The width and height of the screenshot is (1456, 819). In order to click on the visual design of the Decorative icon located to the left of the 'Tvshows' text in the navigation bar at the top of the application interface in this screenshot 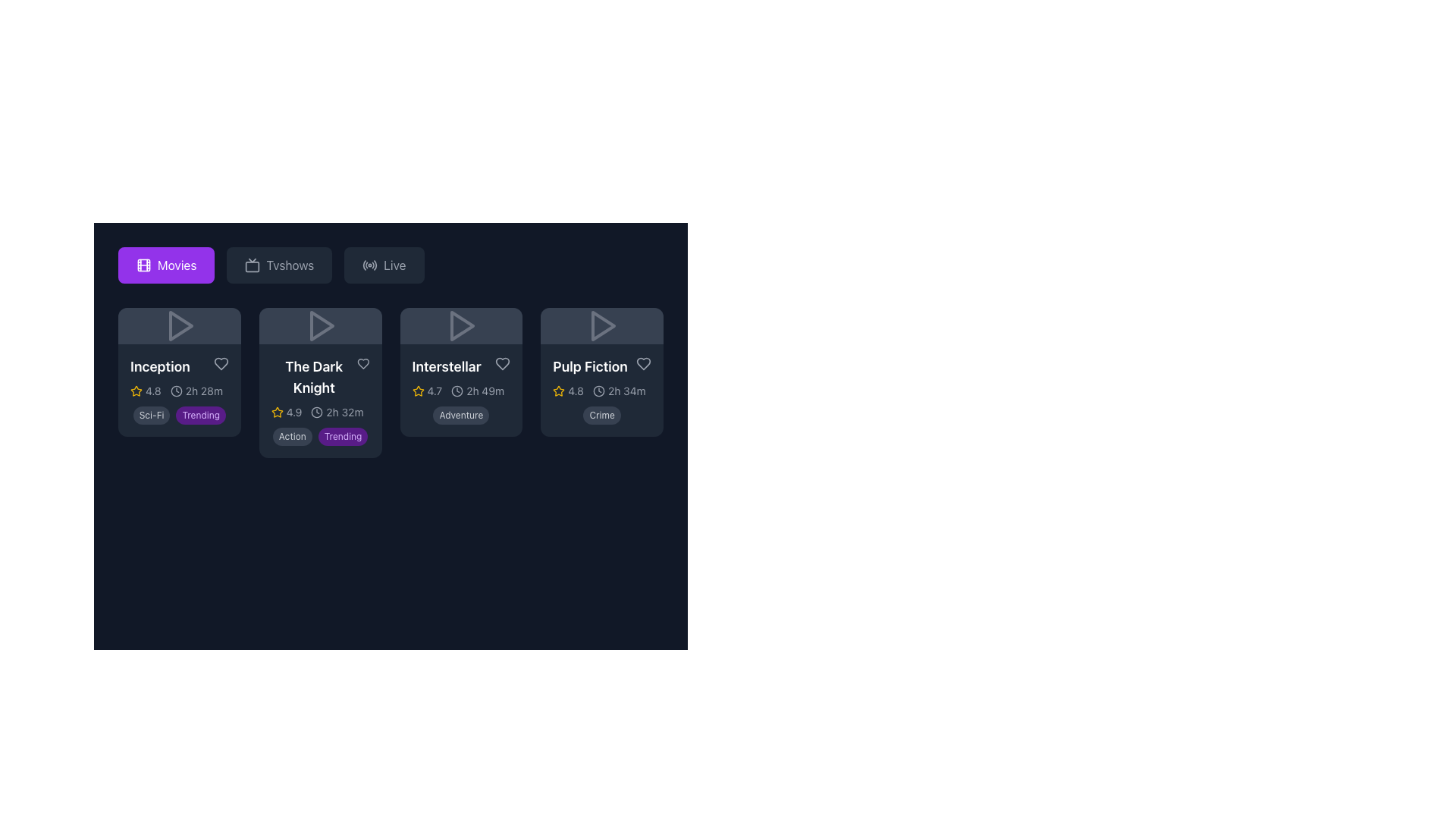, I will do `click(253, 265)`.